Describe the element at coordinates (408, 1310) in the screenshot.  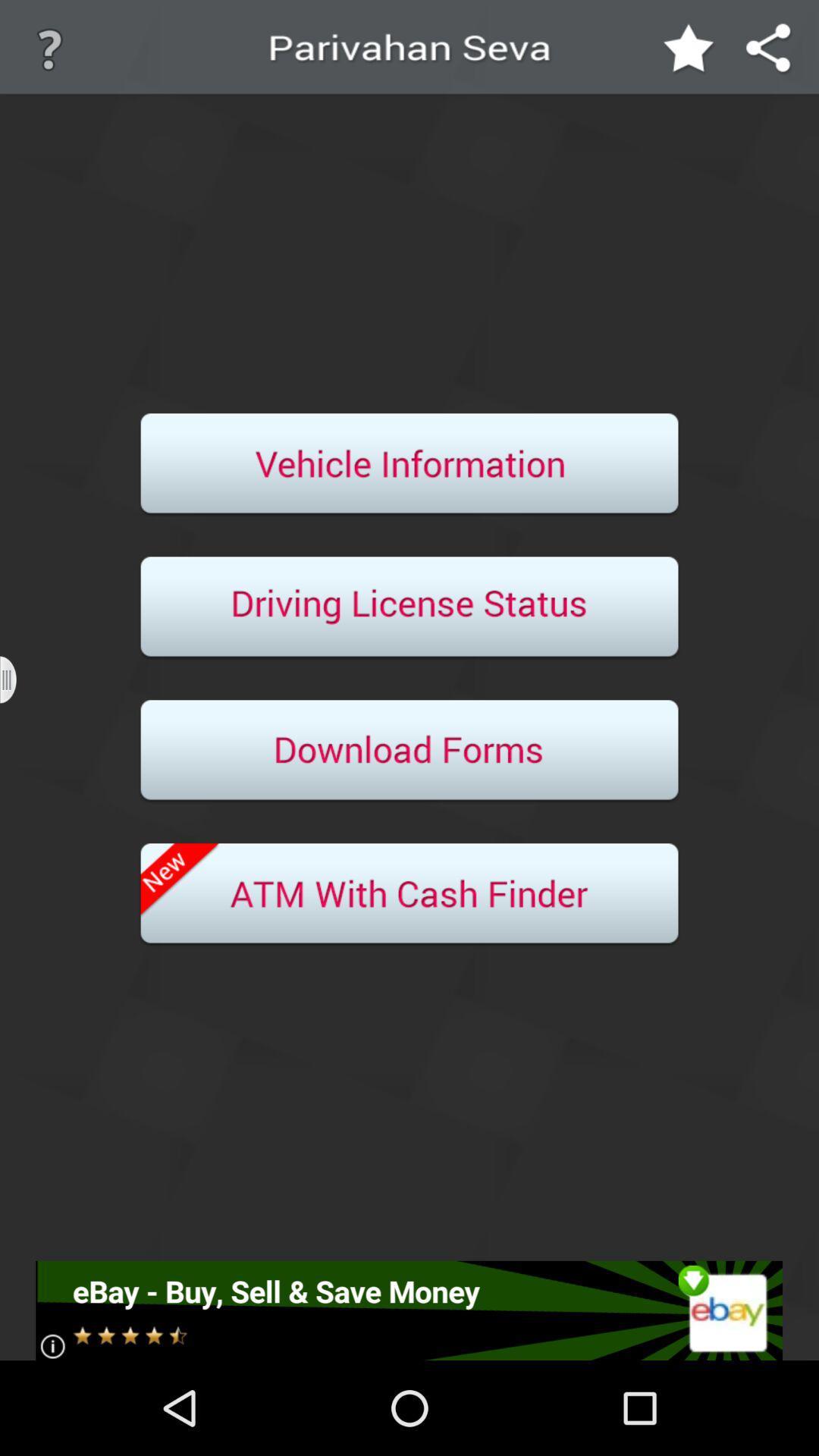
I see `click for advertisement` at that location.